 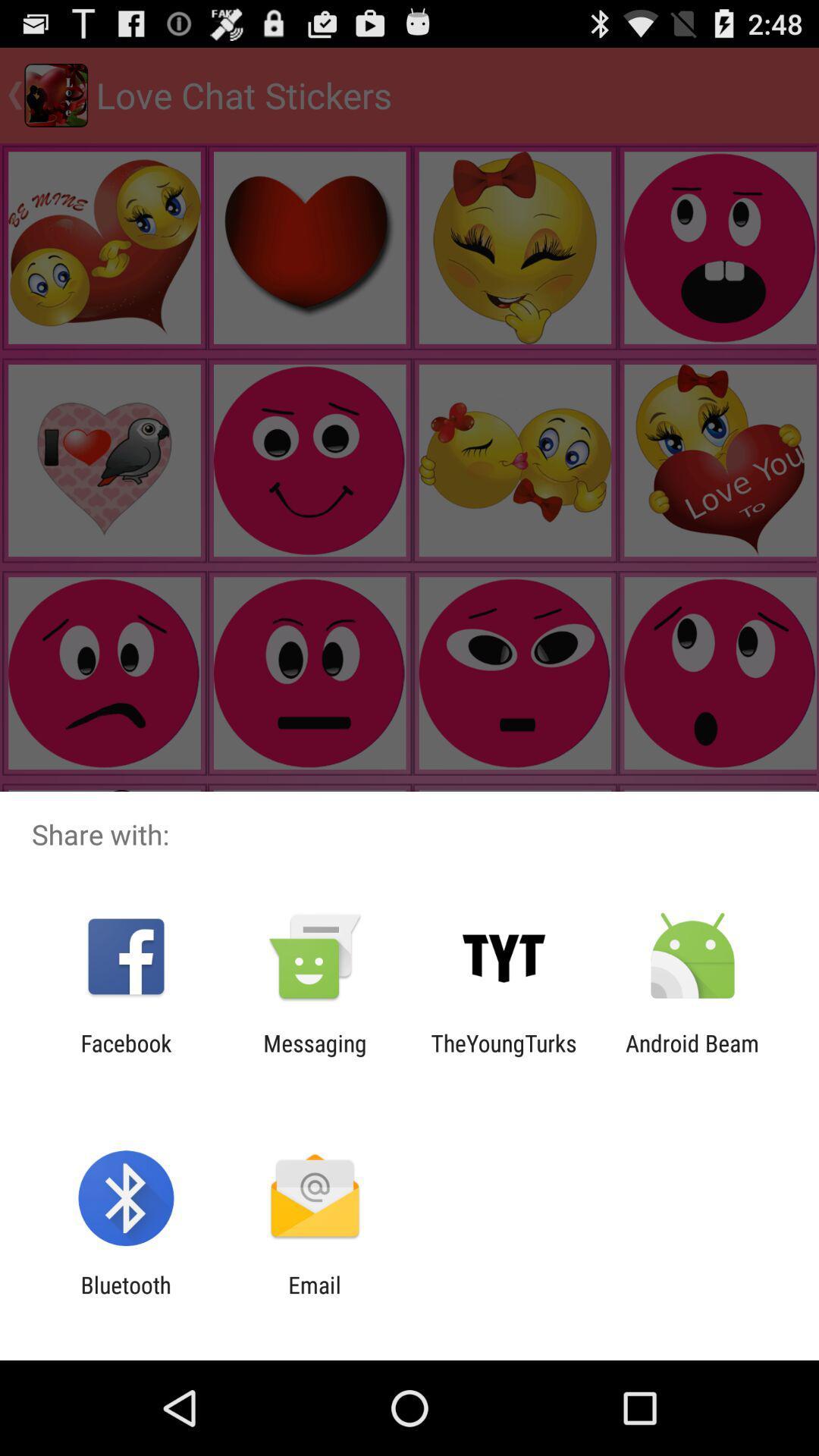 I want to click on facebook app, so click(x=125, y=1056).